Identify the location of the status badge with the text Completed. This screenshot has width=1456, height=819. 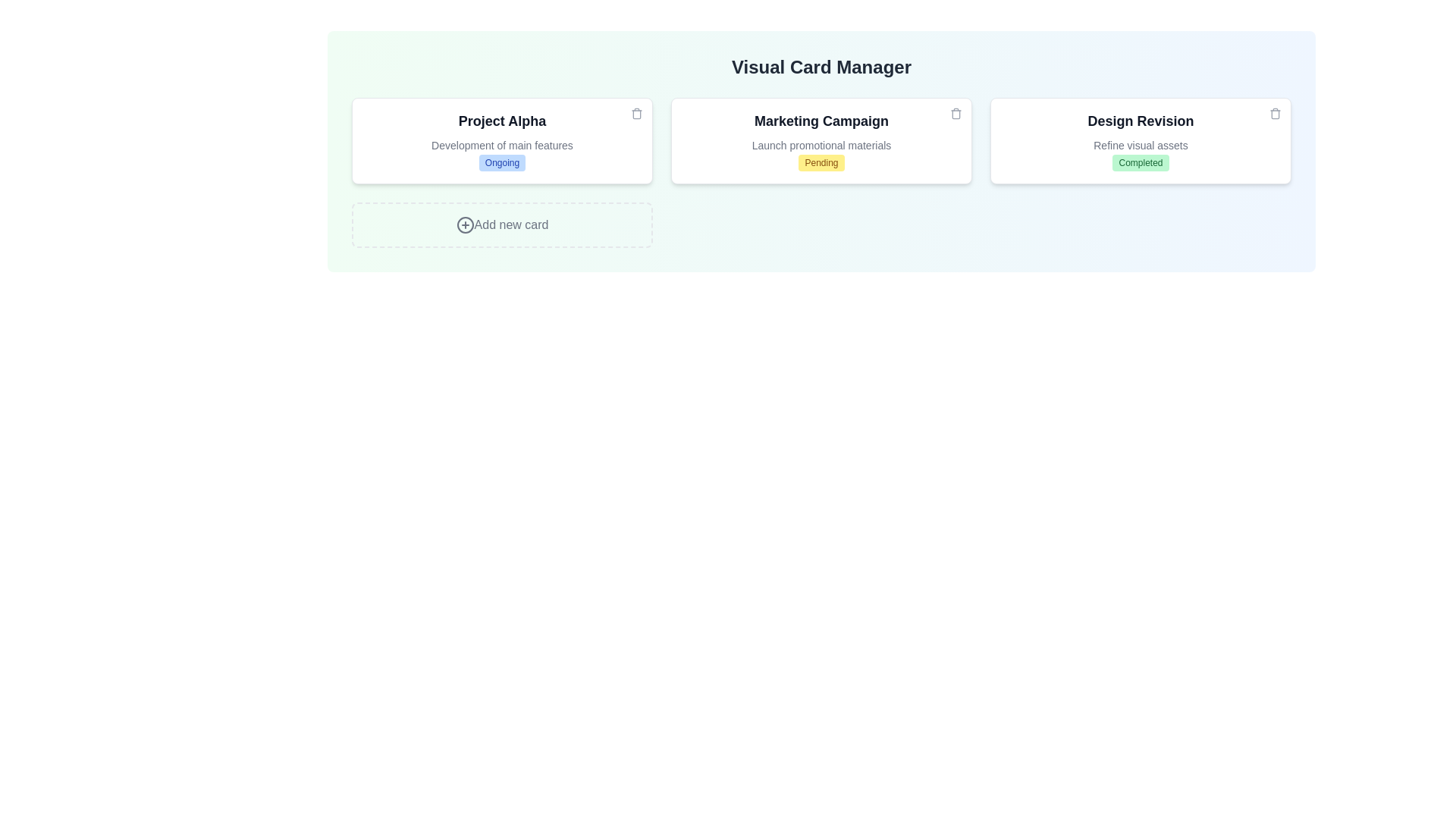
(1141, 163).